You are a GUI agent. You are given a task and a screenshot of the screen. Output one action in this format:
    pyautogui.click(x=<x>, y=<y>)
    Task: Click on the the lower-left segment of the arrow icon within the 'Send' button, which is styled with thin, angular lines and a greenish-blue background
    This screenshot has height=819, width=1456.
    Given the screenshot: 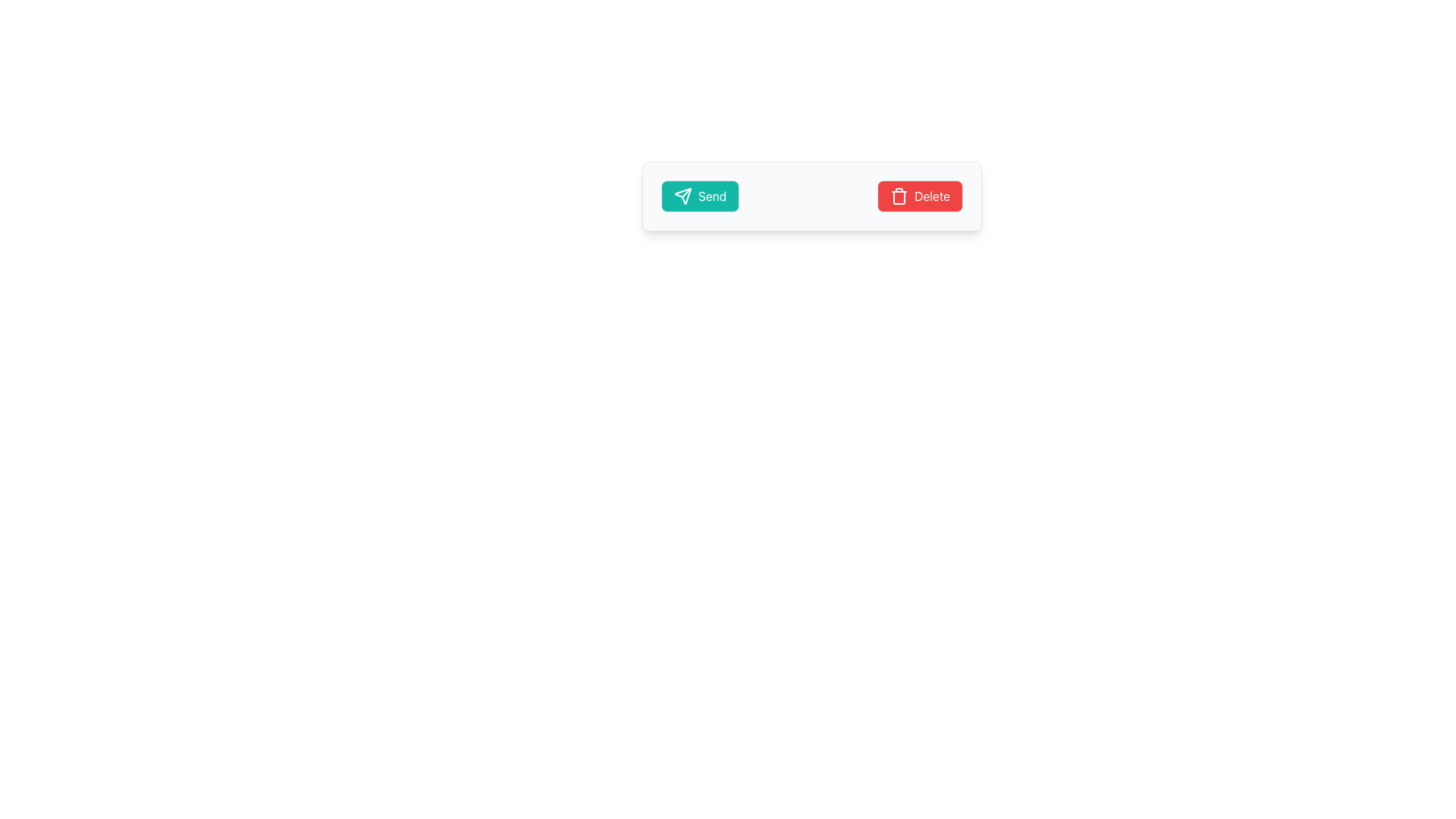 What is the action you would take?
    pyautogui.click(x=682, y=195)
    